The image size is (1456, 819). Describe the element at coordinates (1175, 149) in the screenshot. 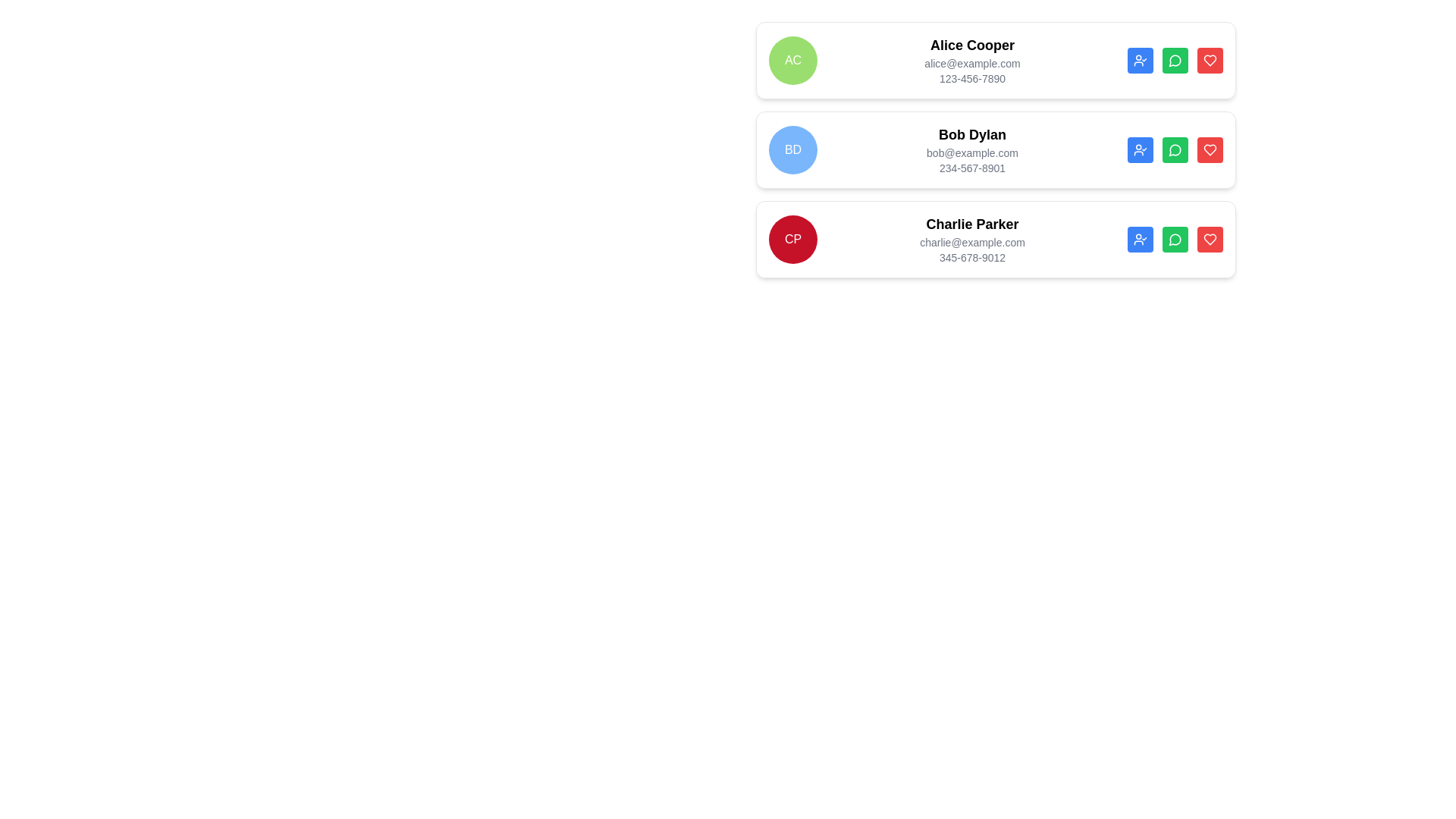

I see `the green button with a white circular message icon located in the second row of user entries, between a blue button on the left and a red button on the right` at that location.